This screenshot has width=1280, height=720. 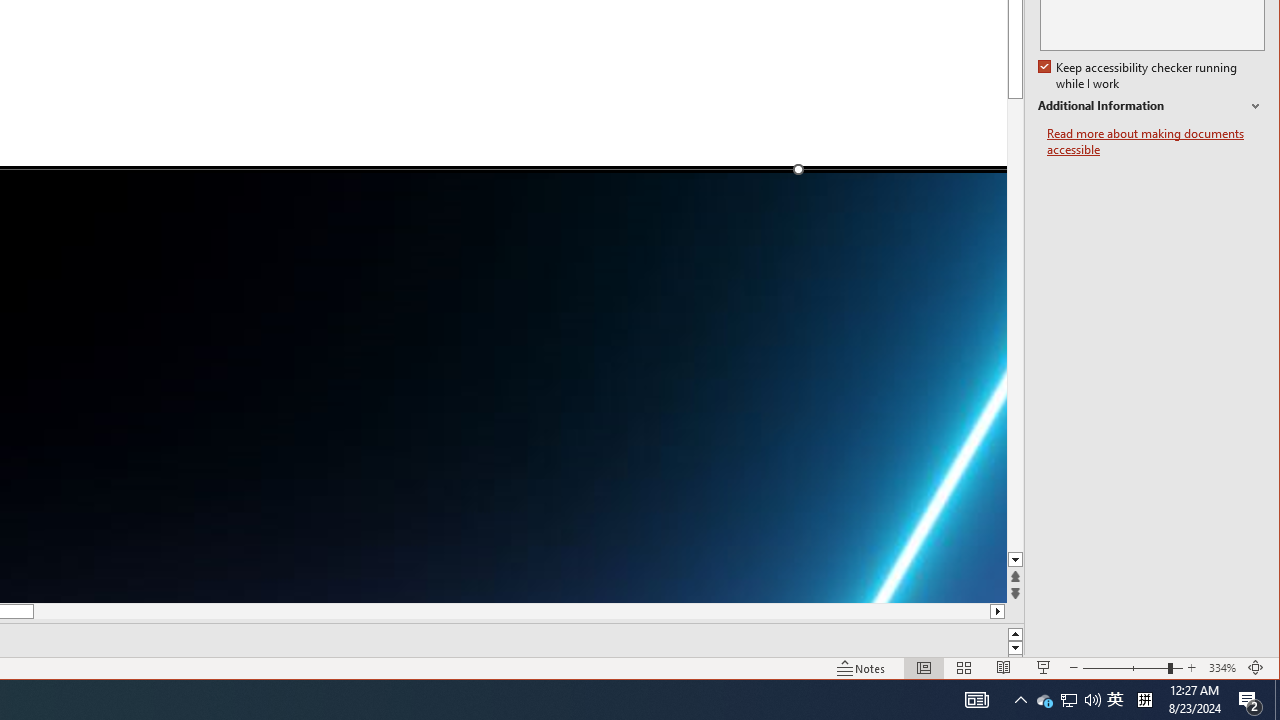 What do you see at coordinates (1004, 668) in the screenshot?
I see `'Slide Sorter'` at bounding box center [1004, 668].